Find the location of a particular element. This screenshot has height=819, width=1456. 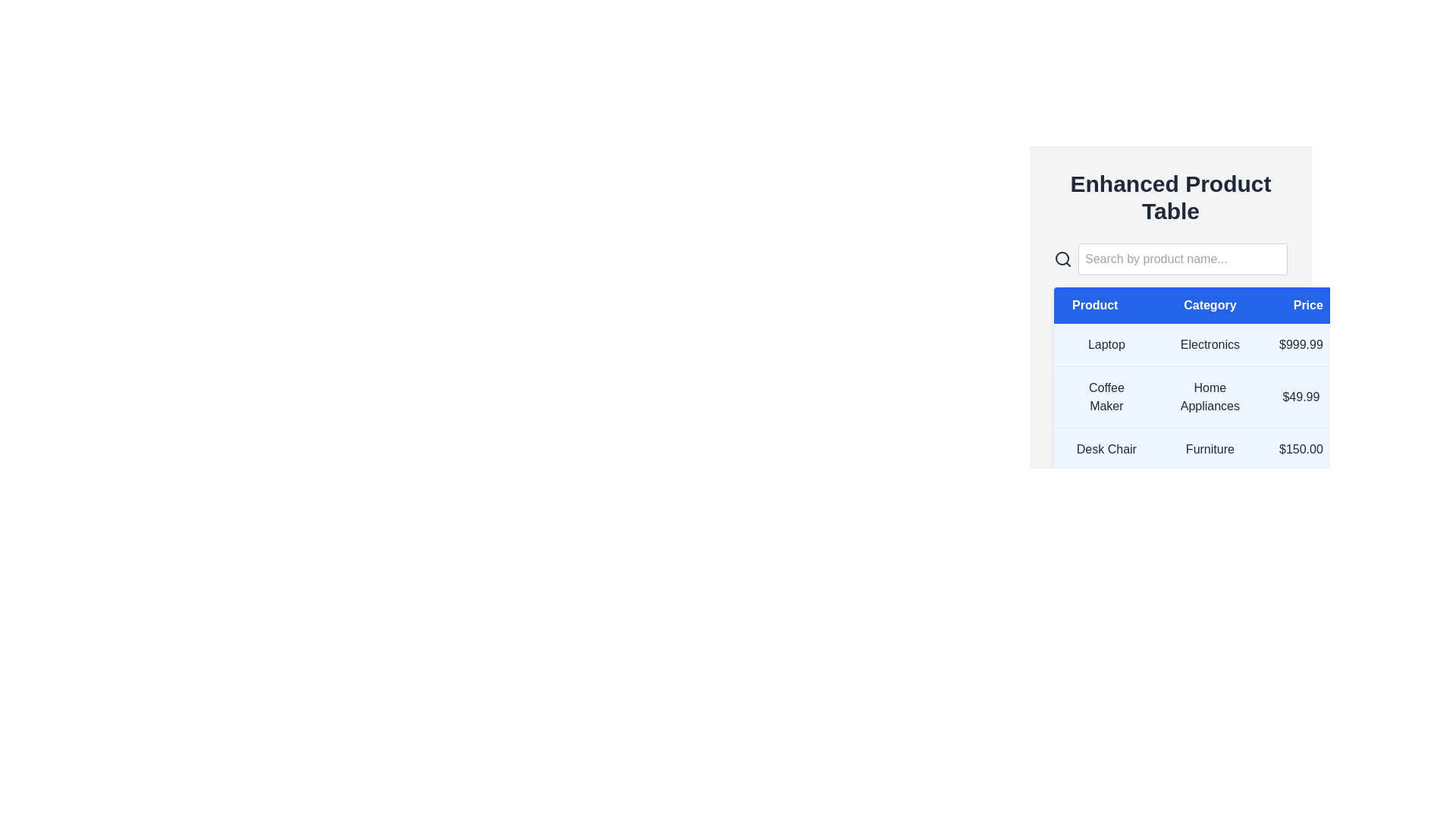

the static text label displaying 'Furniture' located in the 'Category' column of the table, positioned between 'Desk Chair' and '$150.00' is located at coordinates (1209, 449).